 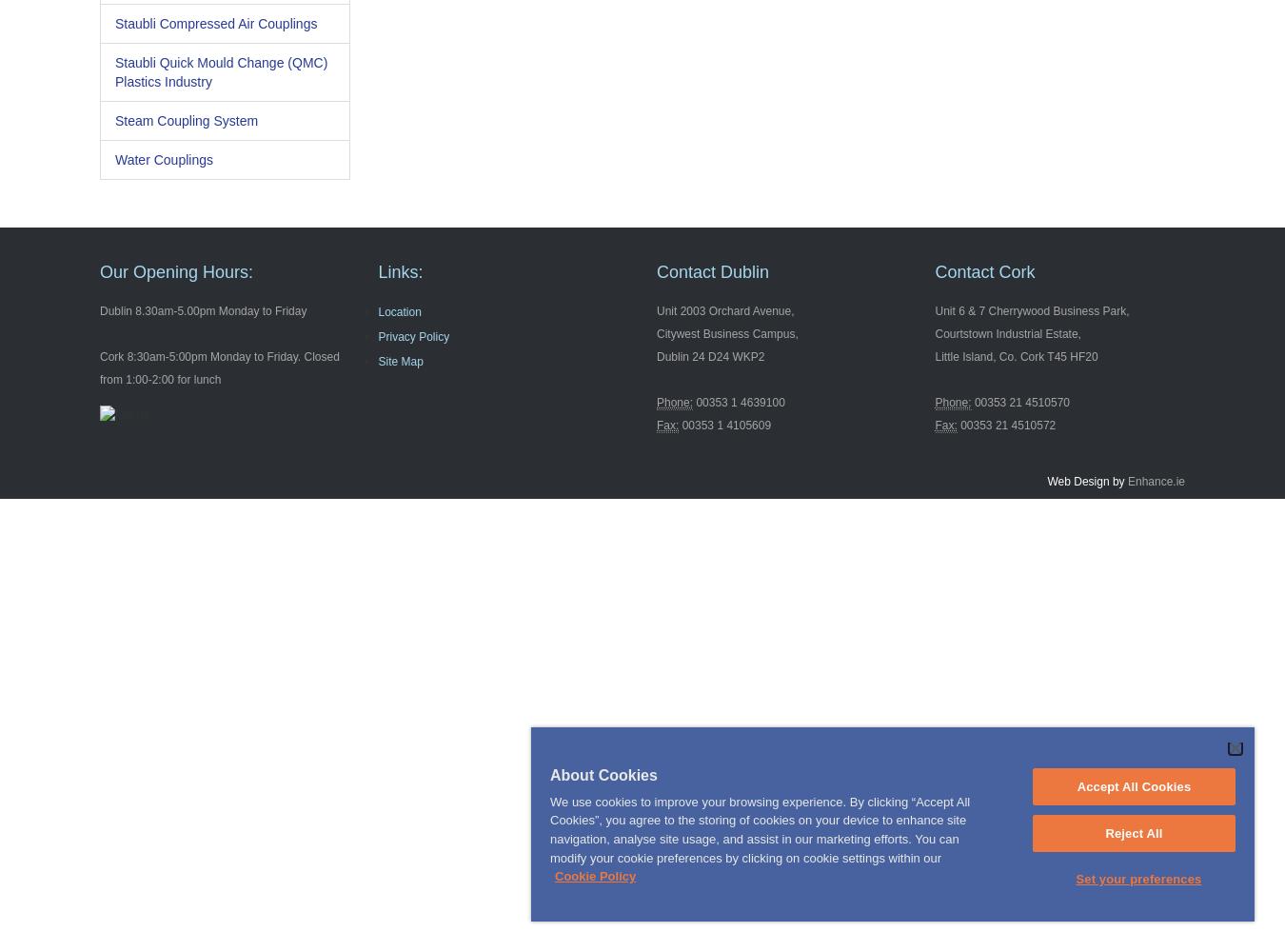 What do you see at coordinates (692, 403) in the screenshot?
I see `'00353 1 4639100'` at bounding box center [692, 403].